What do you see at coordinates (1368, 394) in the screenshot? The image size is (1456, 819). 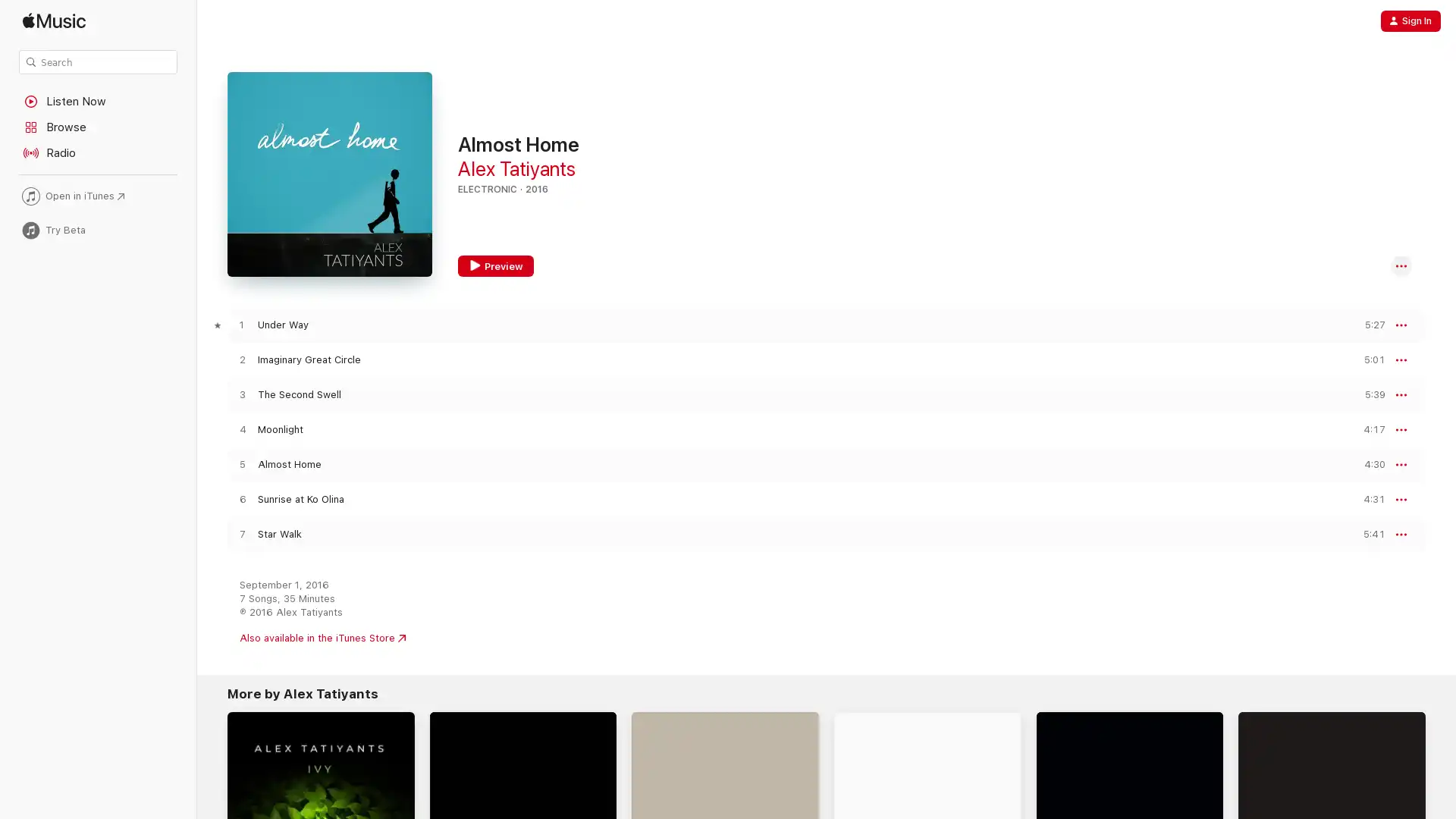 I see `Preview` at bounding box center [1368, 394].